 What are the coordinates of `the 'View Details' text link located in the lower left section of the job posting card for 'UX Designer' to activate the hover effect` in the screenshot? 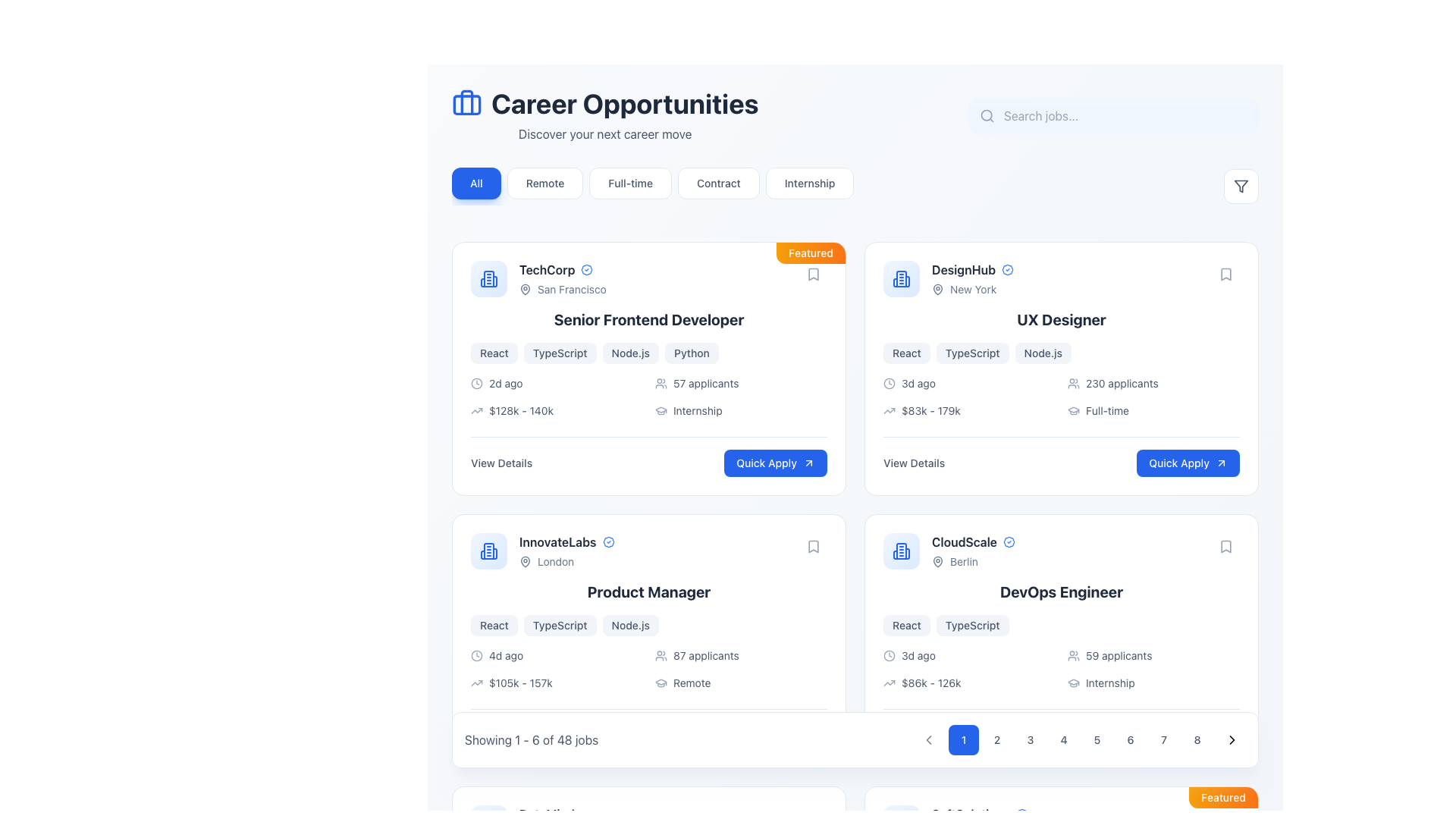 It's located at (913, 462).